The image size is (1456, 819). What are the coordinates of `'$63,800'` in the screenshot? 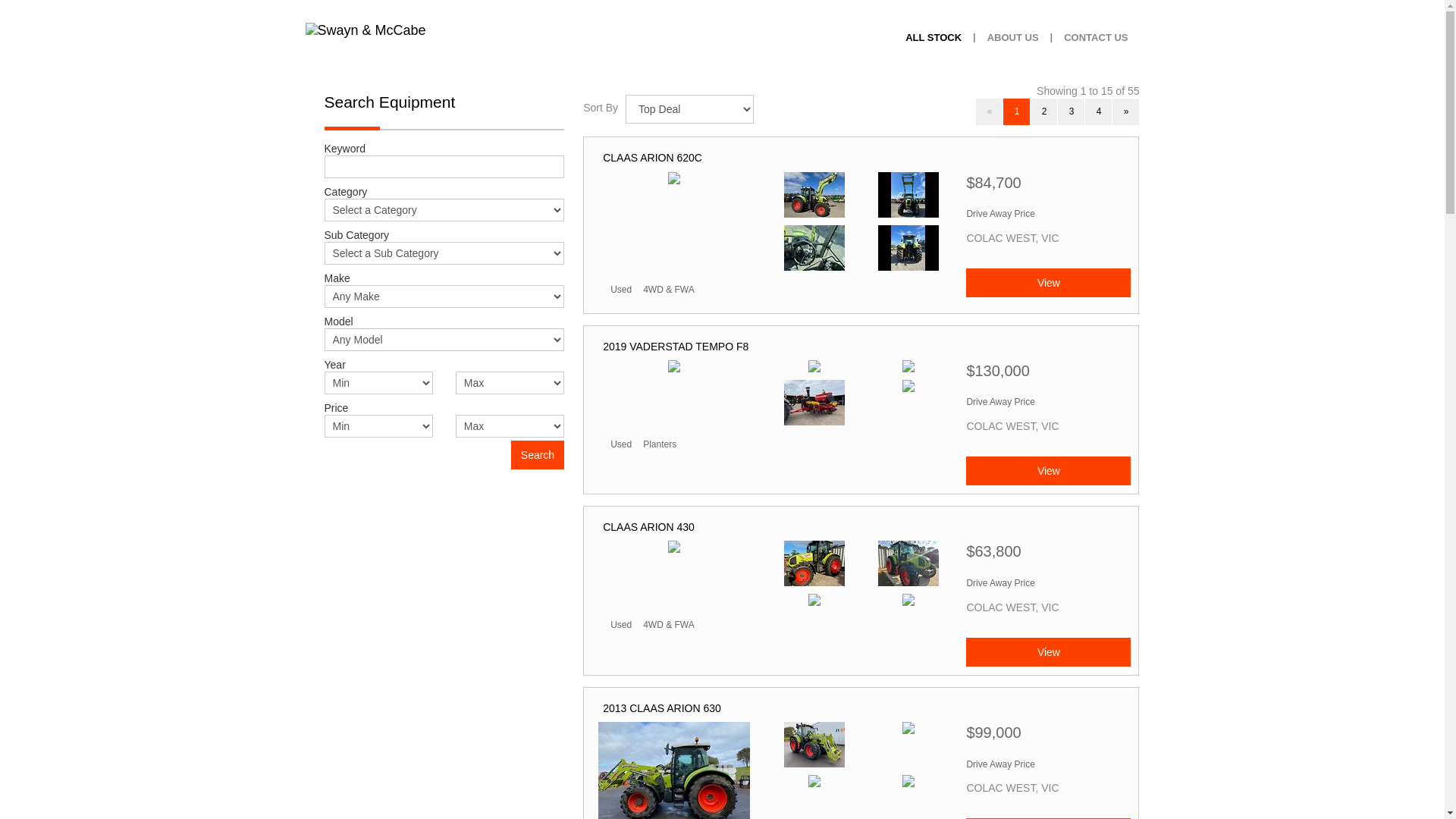 It's located at (1047, 555).